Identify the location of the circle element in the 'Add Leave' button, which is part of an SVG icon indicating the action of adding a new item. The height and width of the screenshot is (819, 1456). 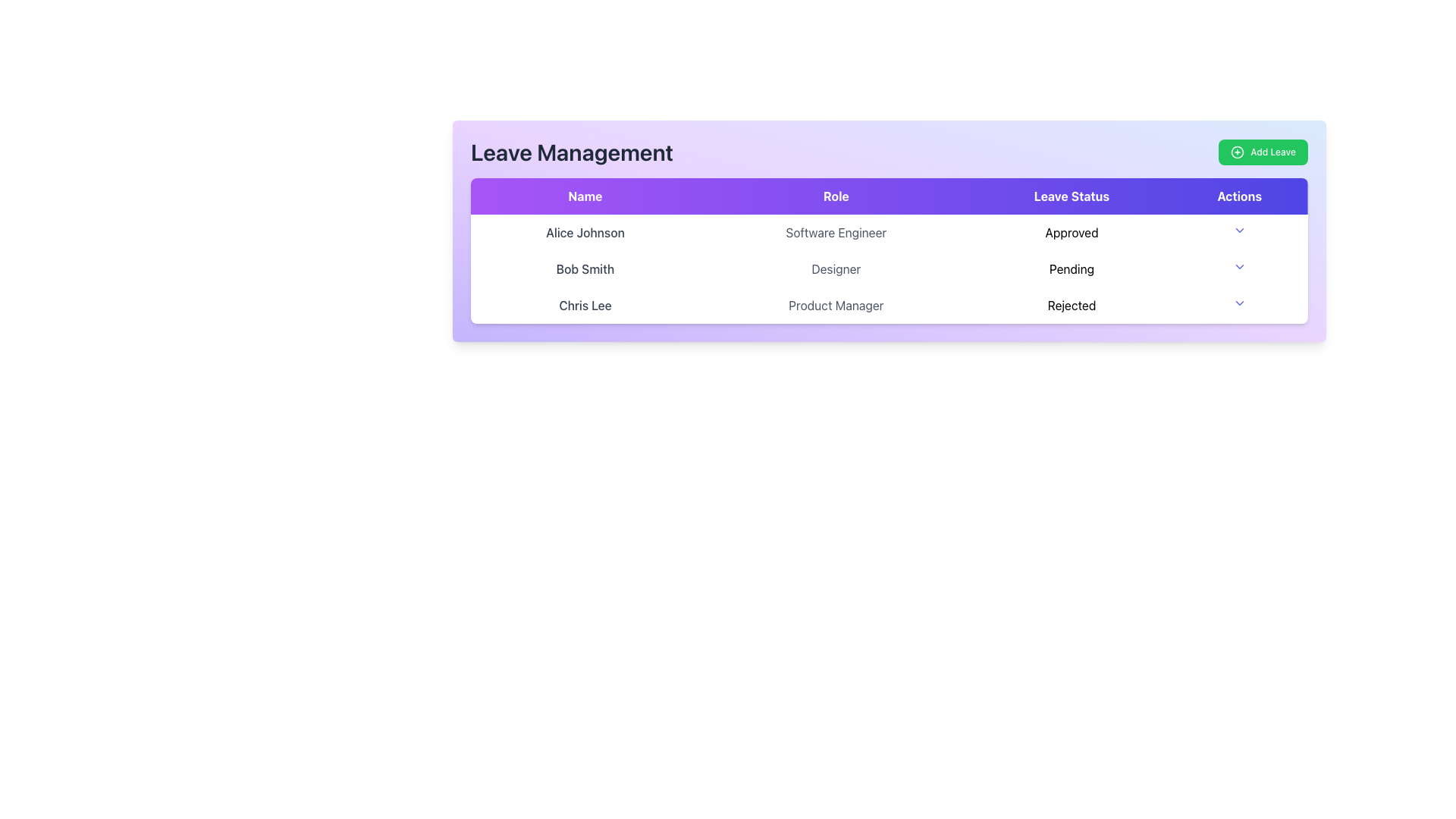
(1238, 152).